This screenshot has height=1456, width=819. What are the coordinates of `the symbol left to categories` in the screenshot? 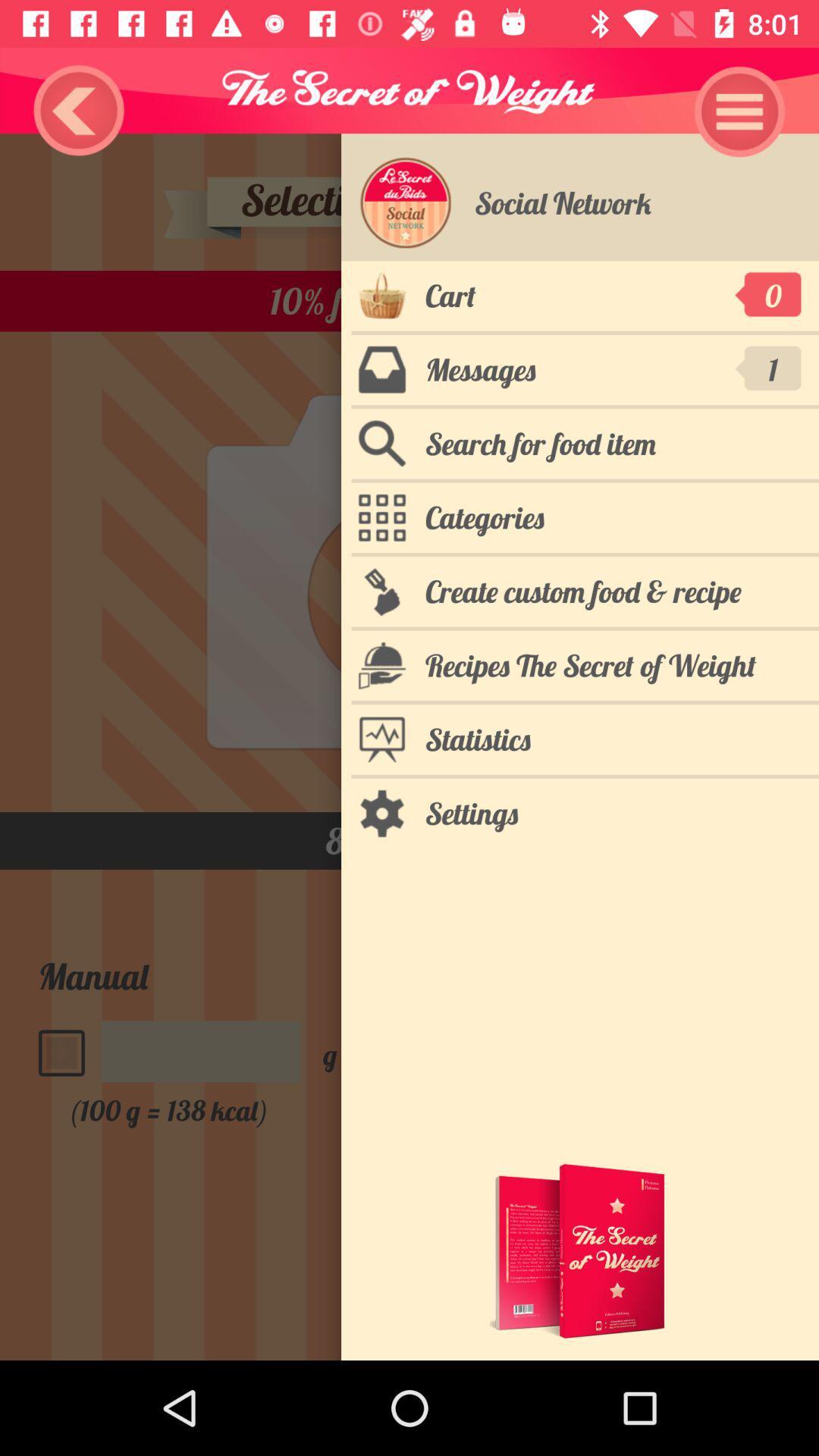 It's located at (381, 517).